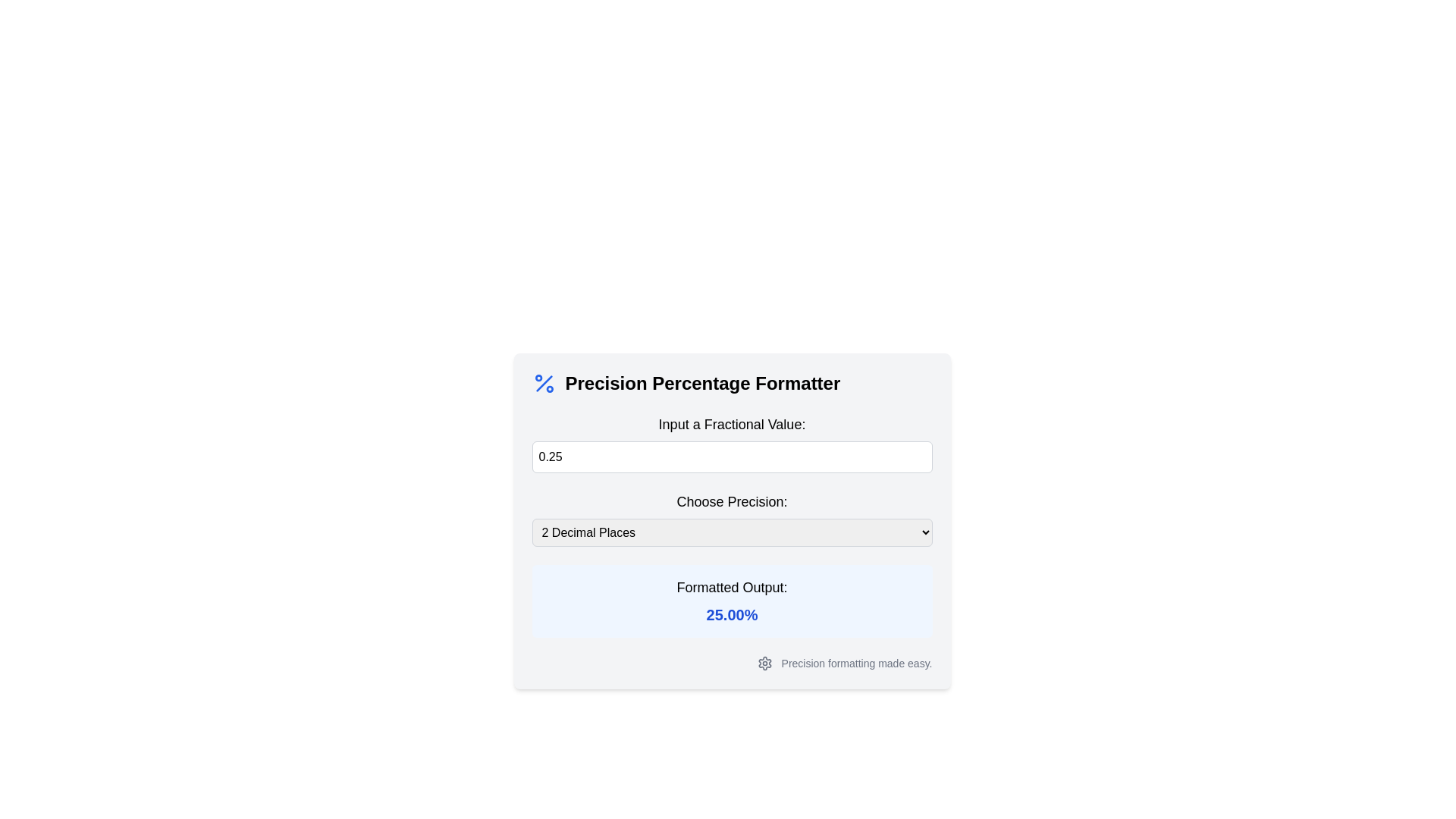  Describe the element at coordinates (544, 382) in the screenshot. I see `the blue percentage icon located to the left of the bold text 'Precision Percentage Formatter'` at that location.